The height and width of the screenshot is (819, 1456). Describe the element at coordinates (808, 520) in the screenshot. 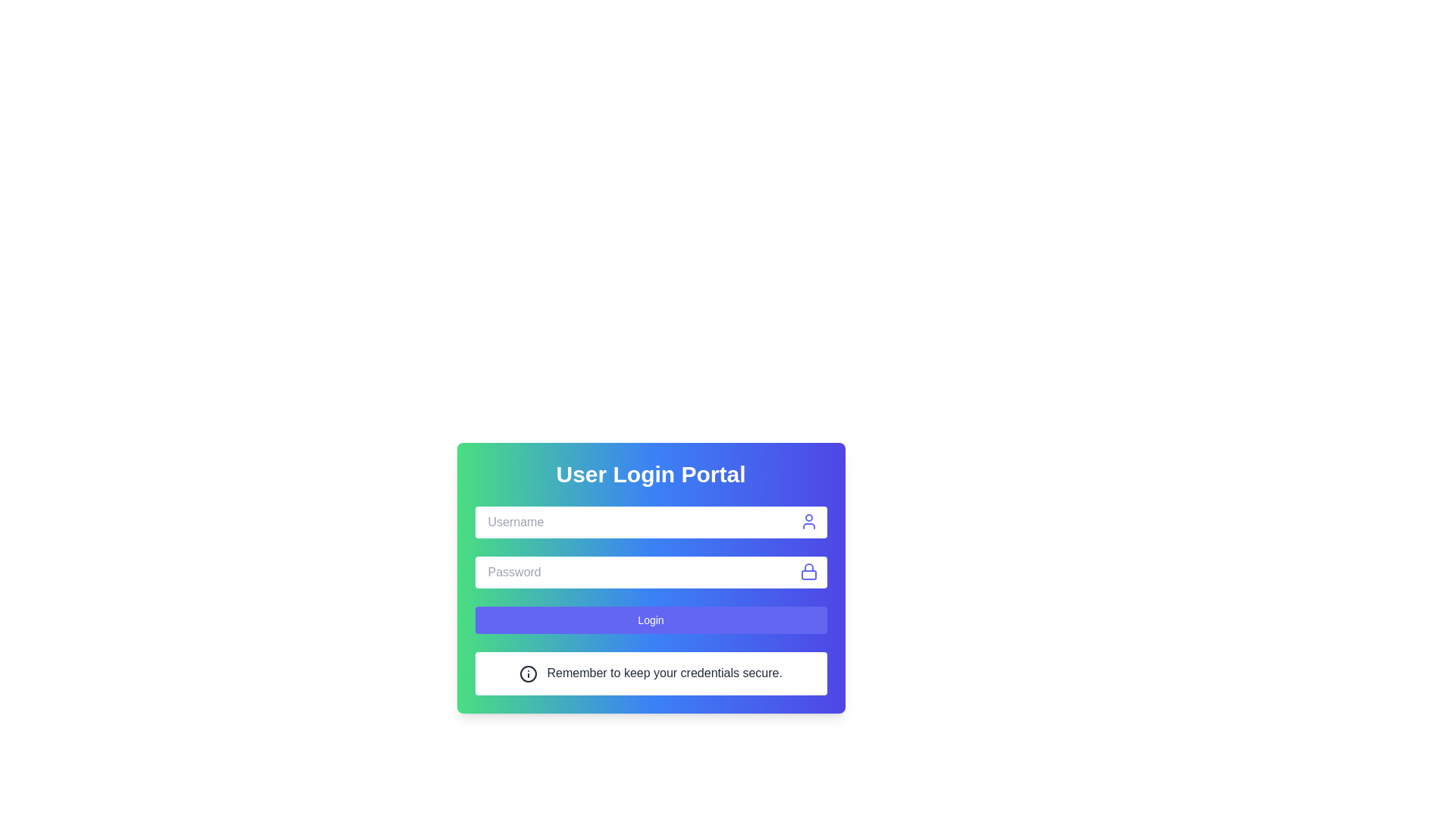

I see `the decorative icon located at the top-right corner of the username input field, which serves as a visual cue for entering a username` at that location.